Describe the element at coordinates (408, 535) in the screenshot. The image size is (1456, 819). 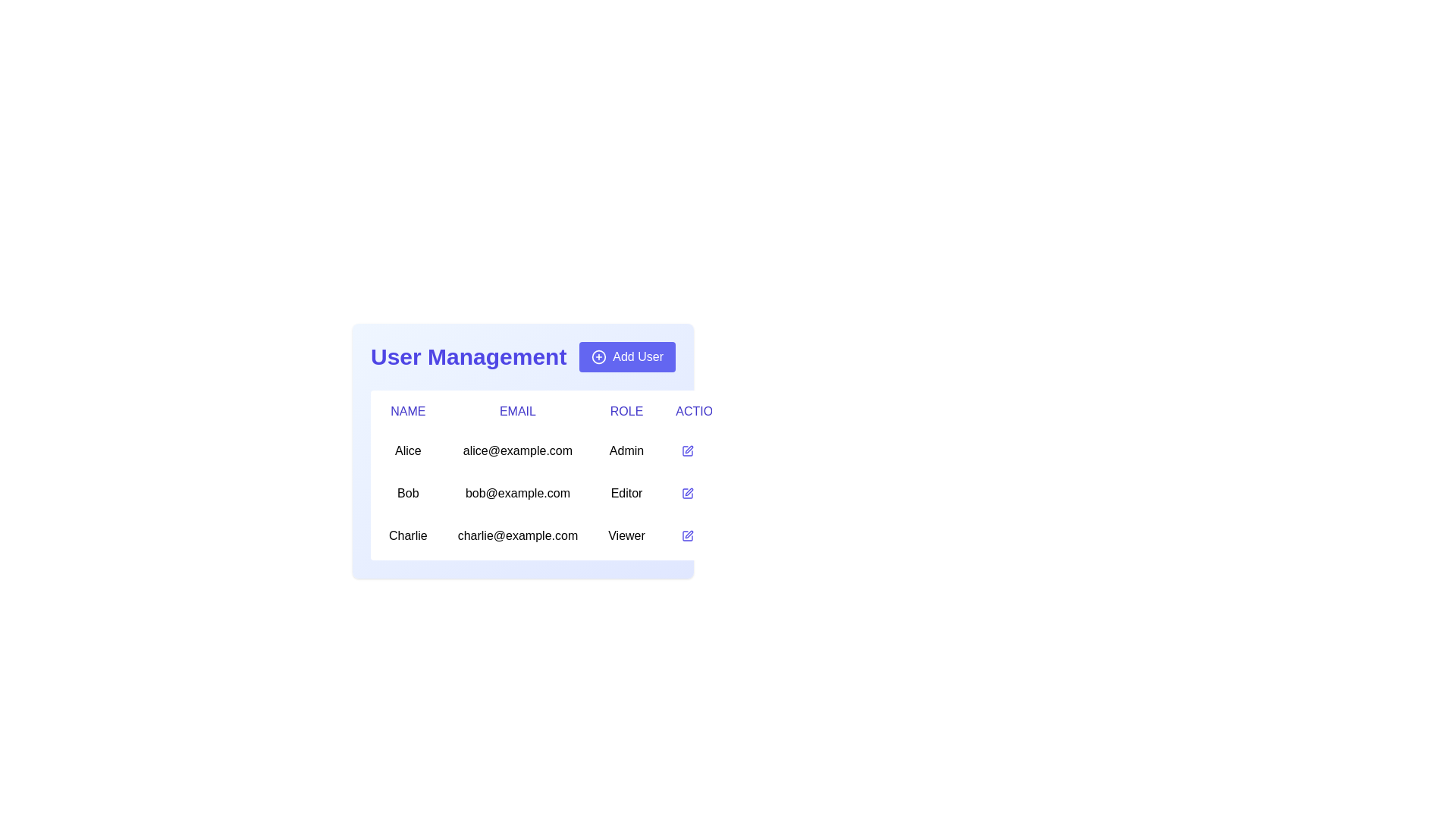
I see `the Text display containing the text 'Charlie', which is the first item under the 'Name' column in the third row of the user table` at that location.